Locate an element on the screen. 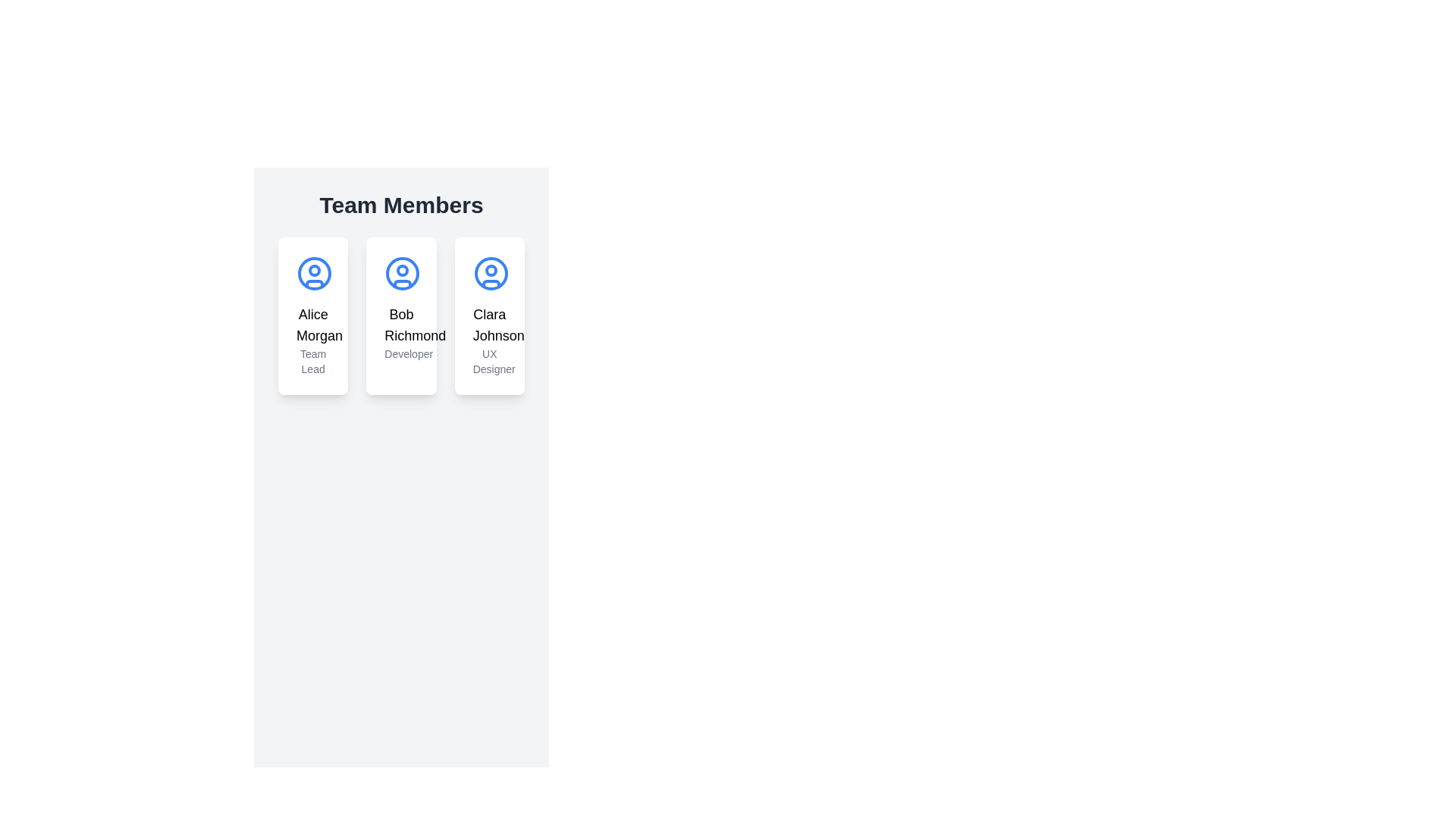 The height and width of the screenshot is (819, 1456). the blue circular outline with a smaller white circle at its center, representing the user icon for 'Bob Richmond' is located at coordinates (403, 274).